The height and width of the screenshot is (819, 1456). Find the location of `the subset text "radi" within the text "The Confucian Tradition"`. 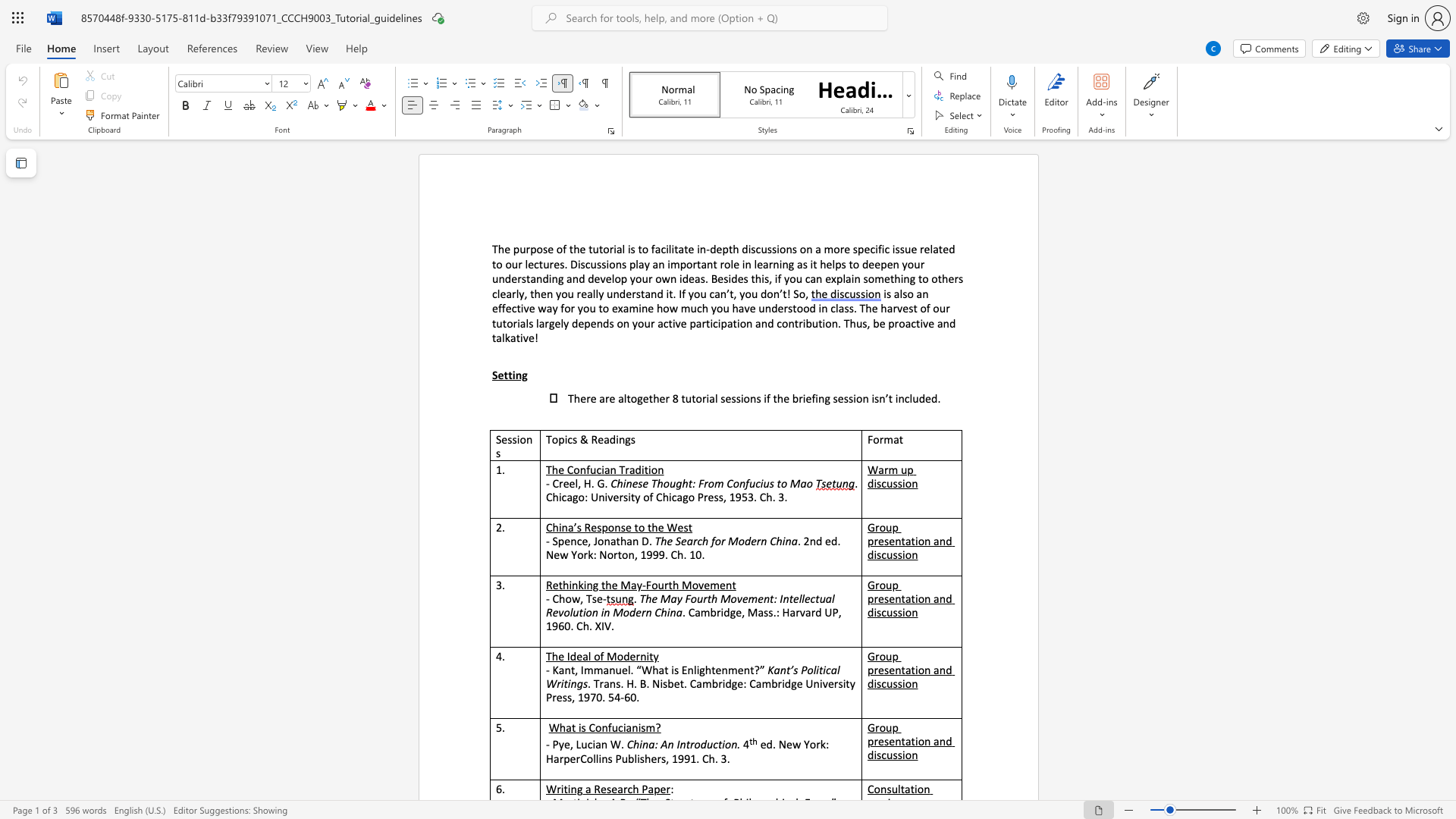

the subset text "radi" within the text "The Confucian Tradition" is located at coordinates (625, 469).